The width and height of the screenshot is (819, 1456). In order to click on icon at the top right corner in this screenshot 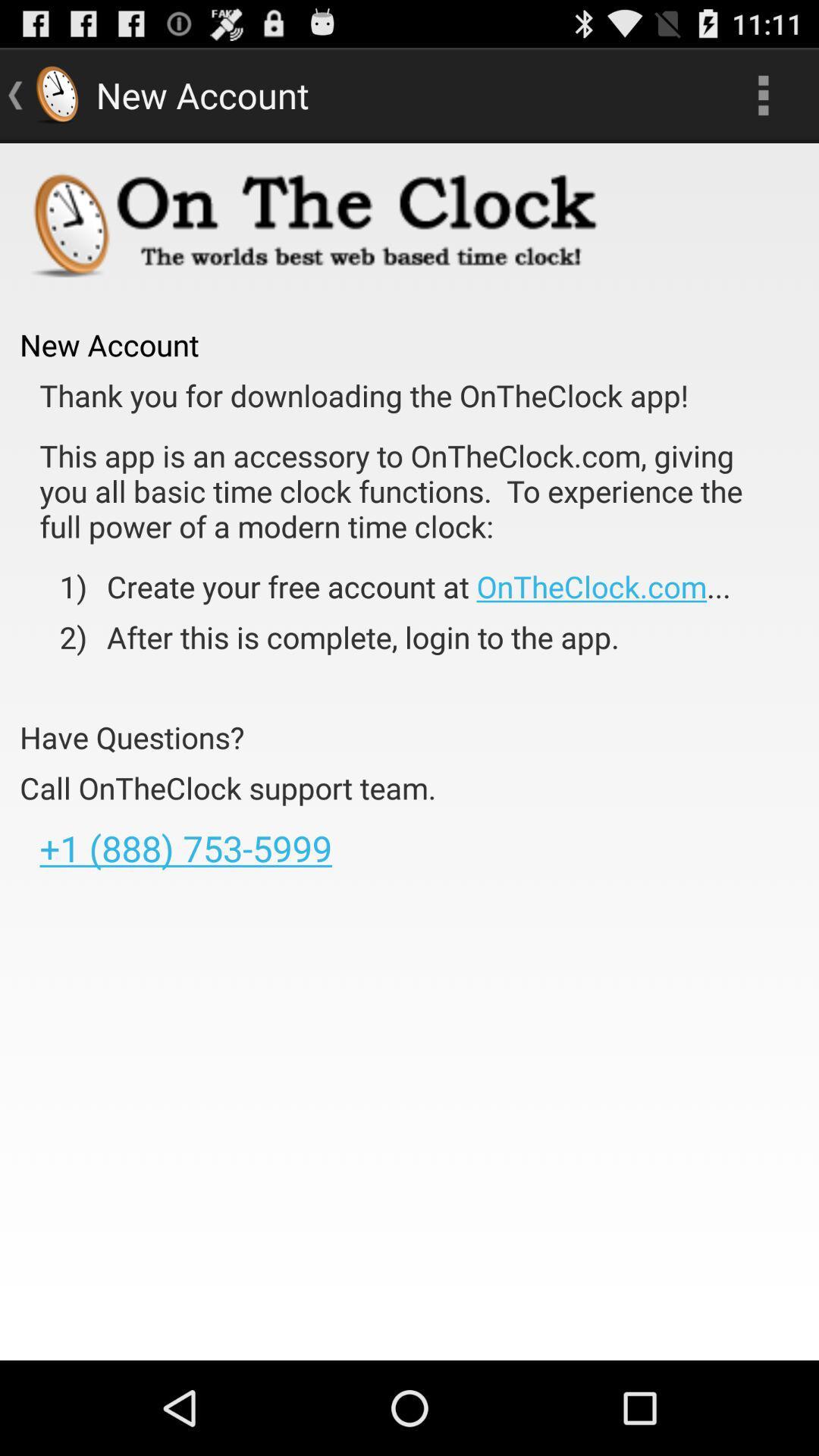, I will do `click(763, 94)`.